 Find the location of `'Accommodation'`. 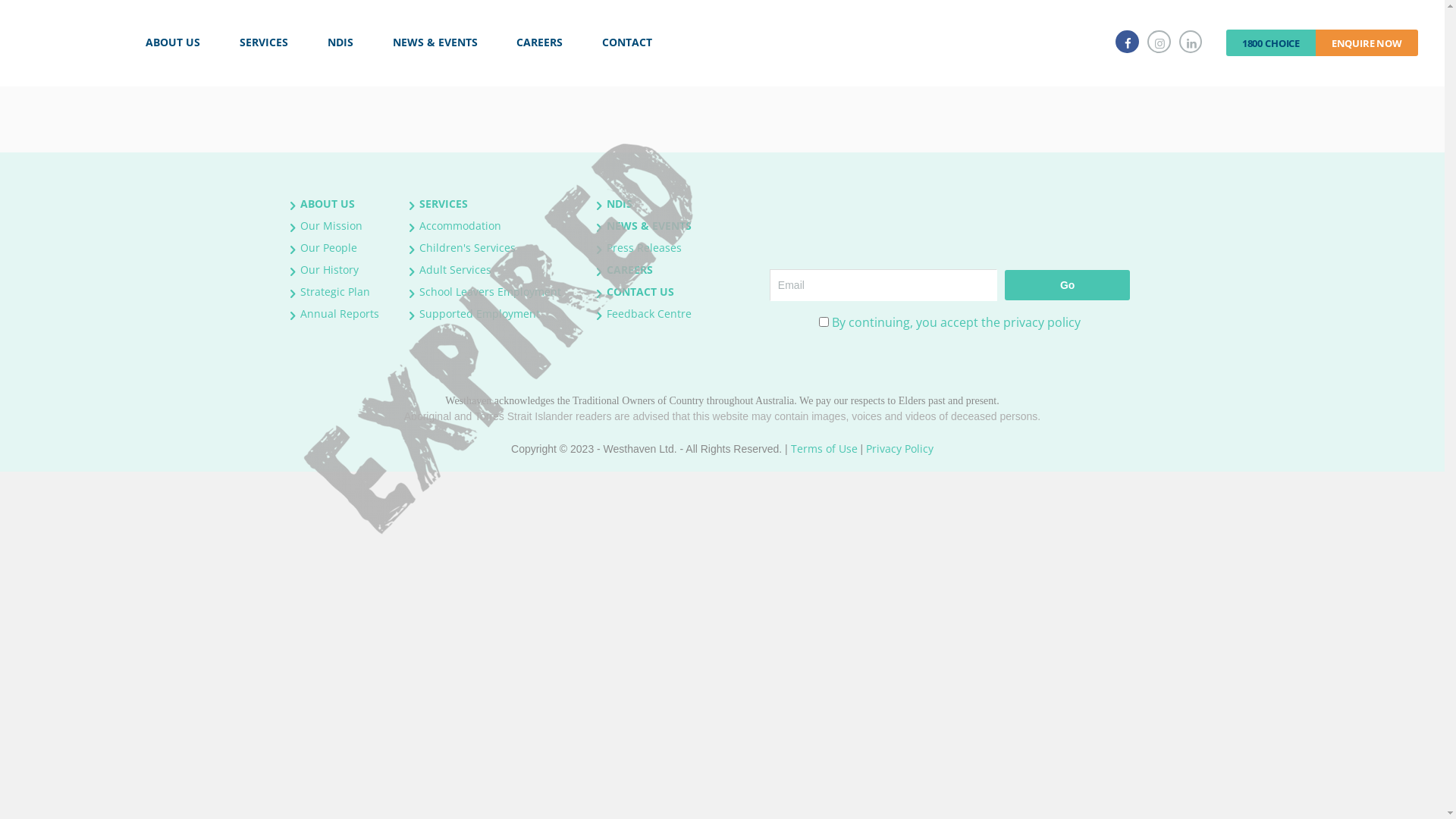

'Accommodation' is located at coordinates (459, 225).